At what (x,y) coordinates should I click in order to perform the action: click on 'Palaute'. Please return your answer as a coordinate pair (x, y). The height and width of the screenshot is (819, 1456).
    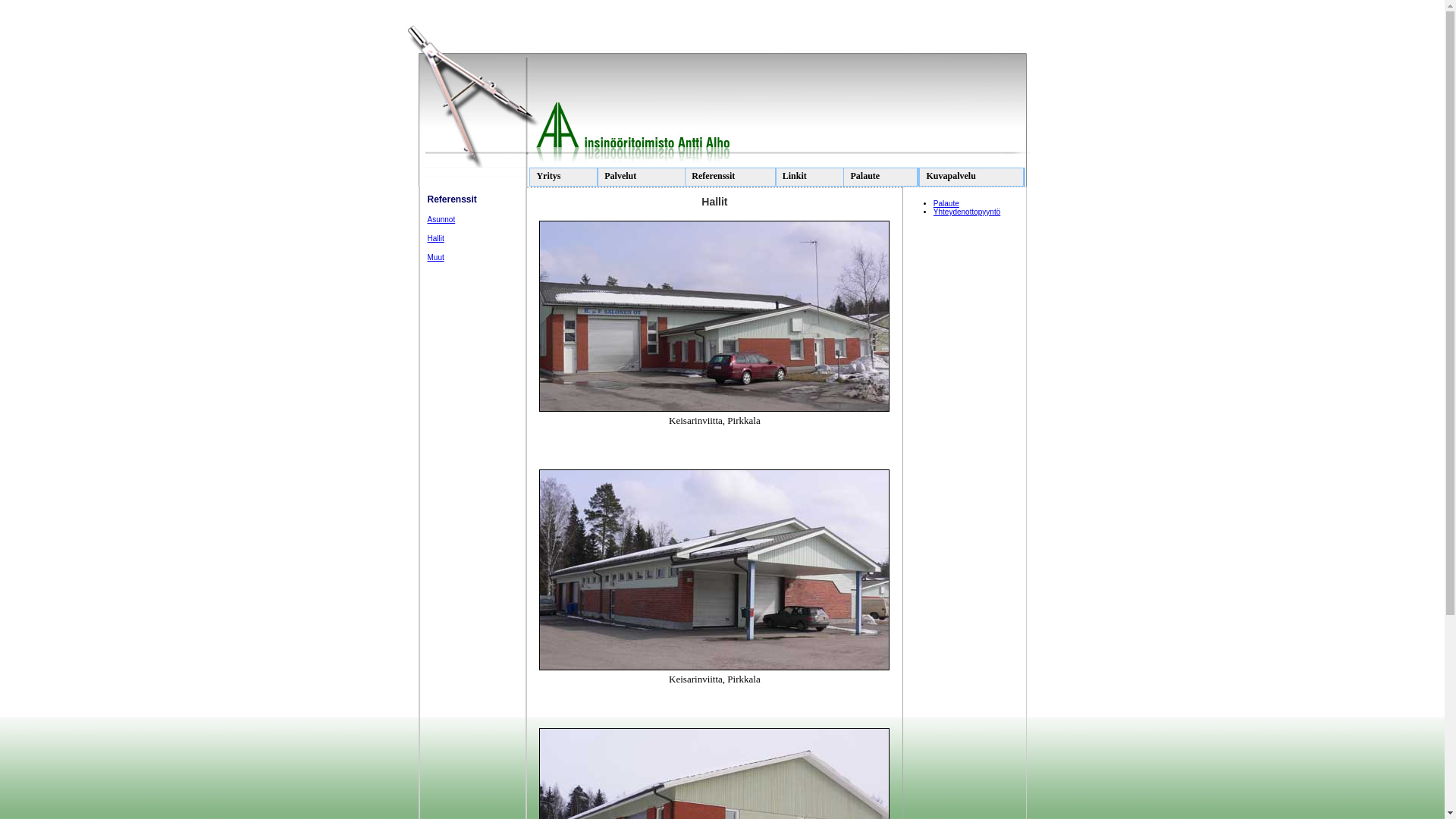
    Looking at the image, I should click on (880, 176).